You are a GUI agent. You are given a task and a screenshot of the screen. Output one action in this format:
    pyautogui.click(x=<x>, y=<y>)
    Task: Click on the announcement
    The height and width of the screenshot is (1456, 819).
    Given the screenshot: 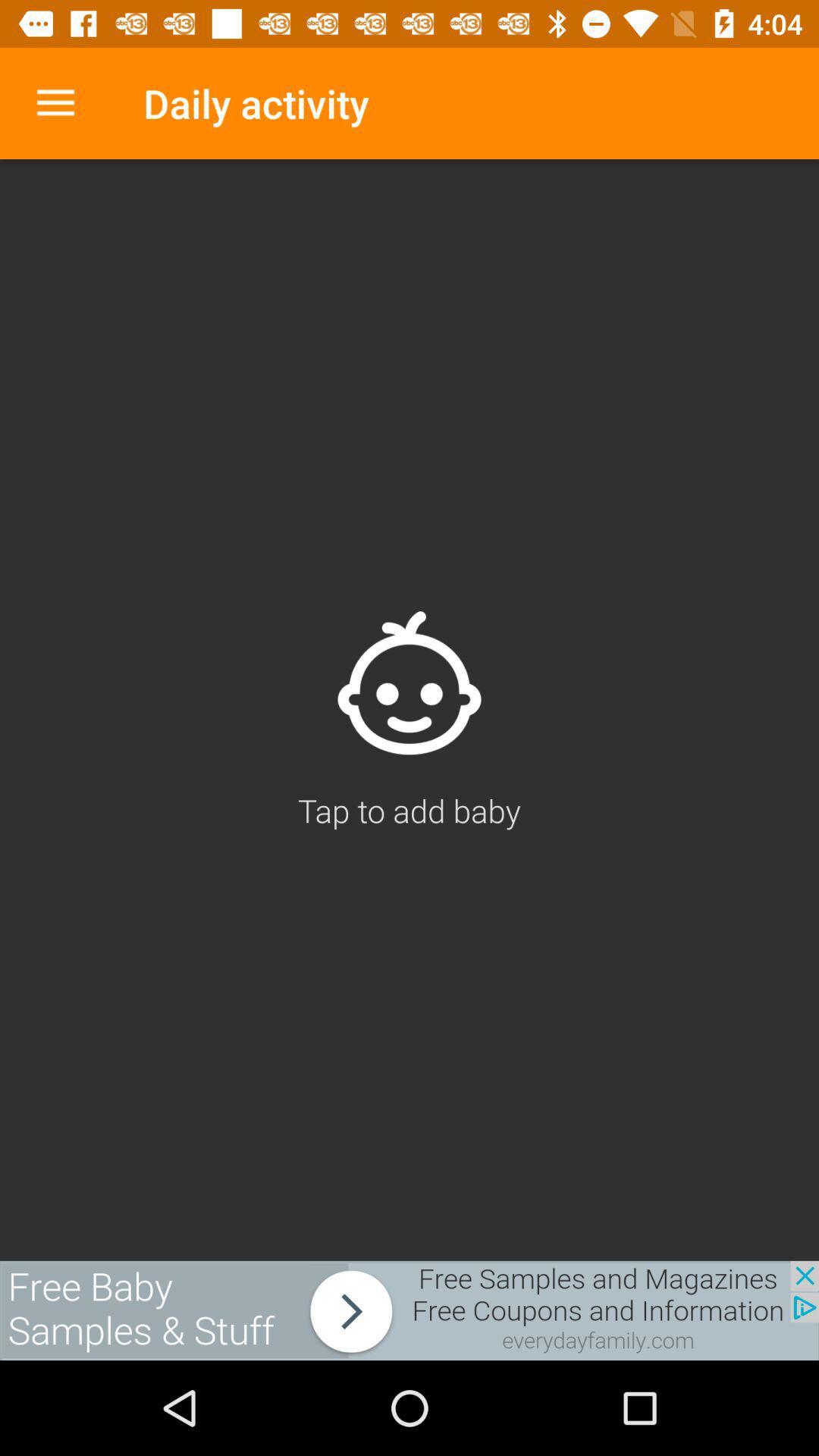 What is the action you would take?
    pyautogui.click(x=409, y=1310)
    